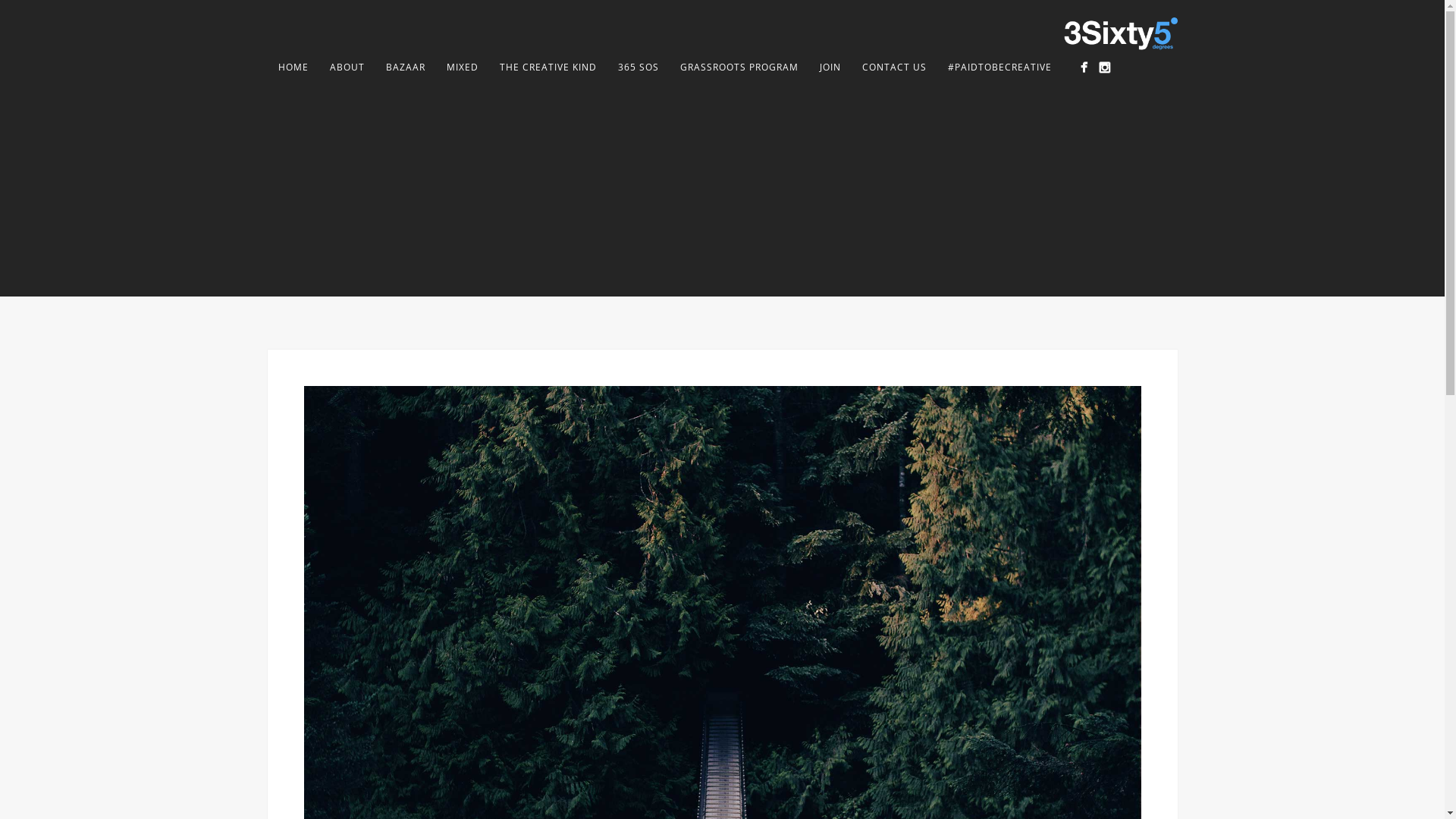 Image resolution: width=1456 pixels, height=819 pixels. What do you see at coordinates (404, 66) in the screenshot?
I see `'BAZAAR'` at bounding box center [404, 66].